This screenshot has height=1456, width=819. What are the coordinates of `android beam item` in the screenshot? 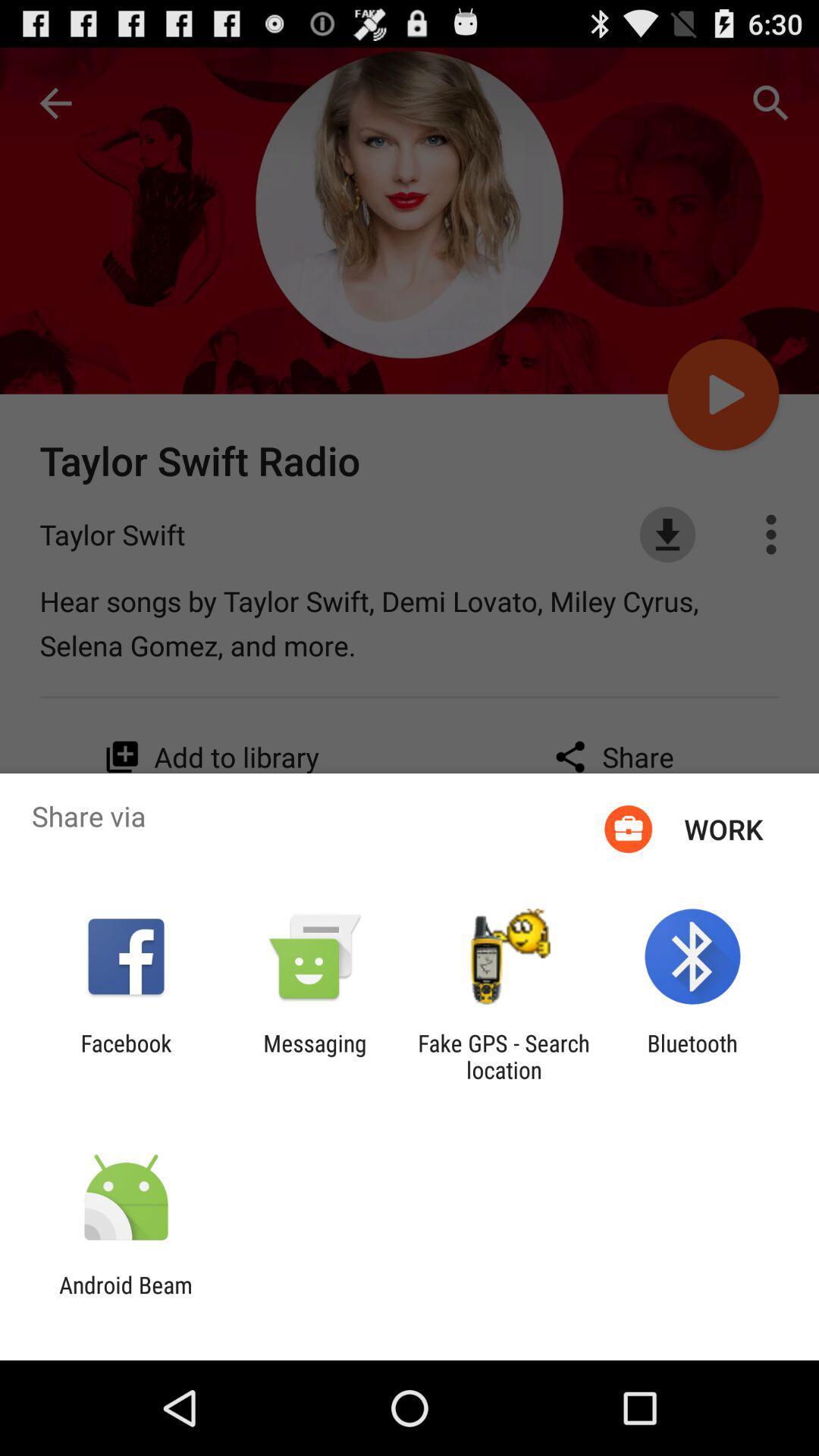 It's located at (125, 1298).